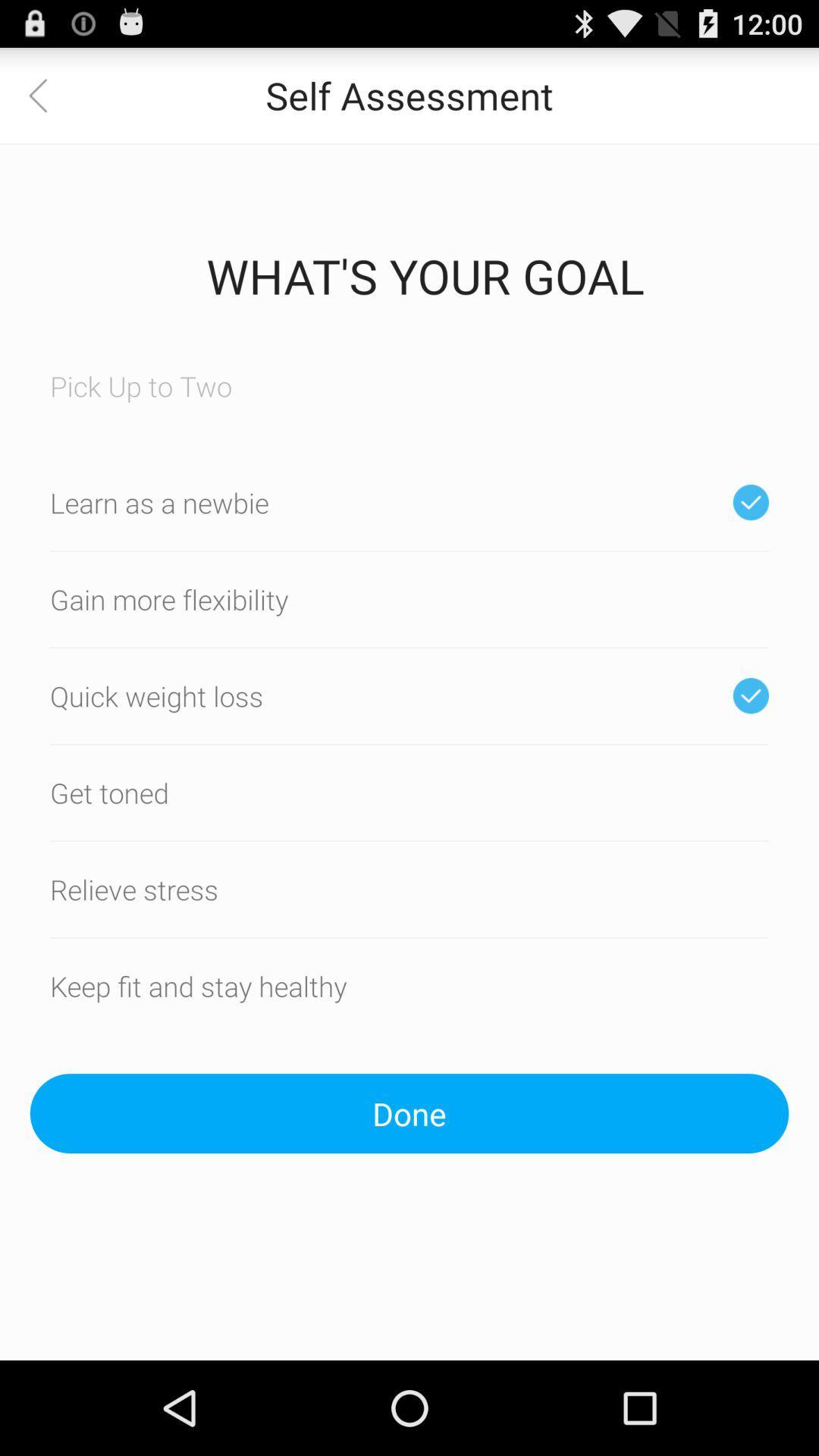  I want to click on the done icon, so click(409, 1113).